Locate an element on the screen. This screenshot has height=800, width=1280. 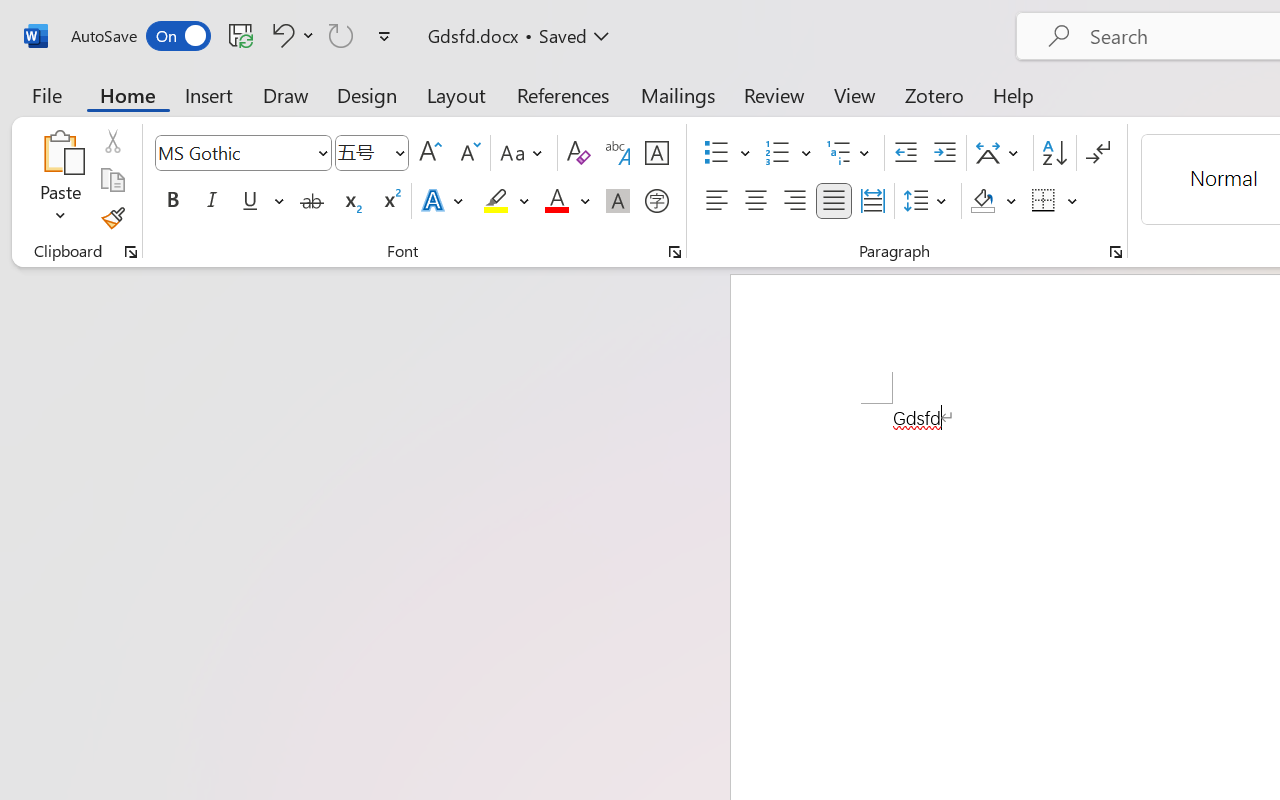
'Shading' is located at coordinates (993, 201).